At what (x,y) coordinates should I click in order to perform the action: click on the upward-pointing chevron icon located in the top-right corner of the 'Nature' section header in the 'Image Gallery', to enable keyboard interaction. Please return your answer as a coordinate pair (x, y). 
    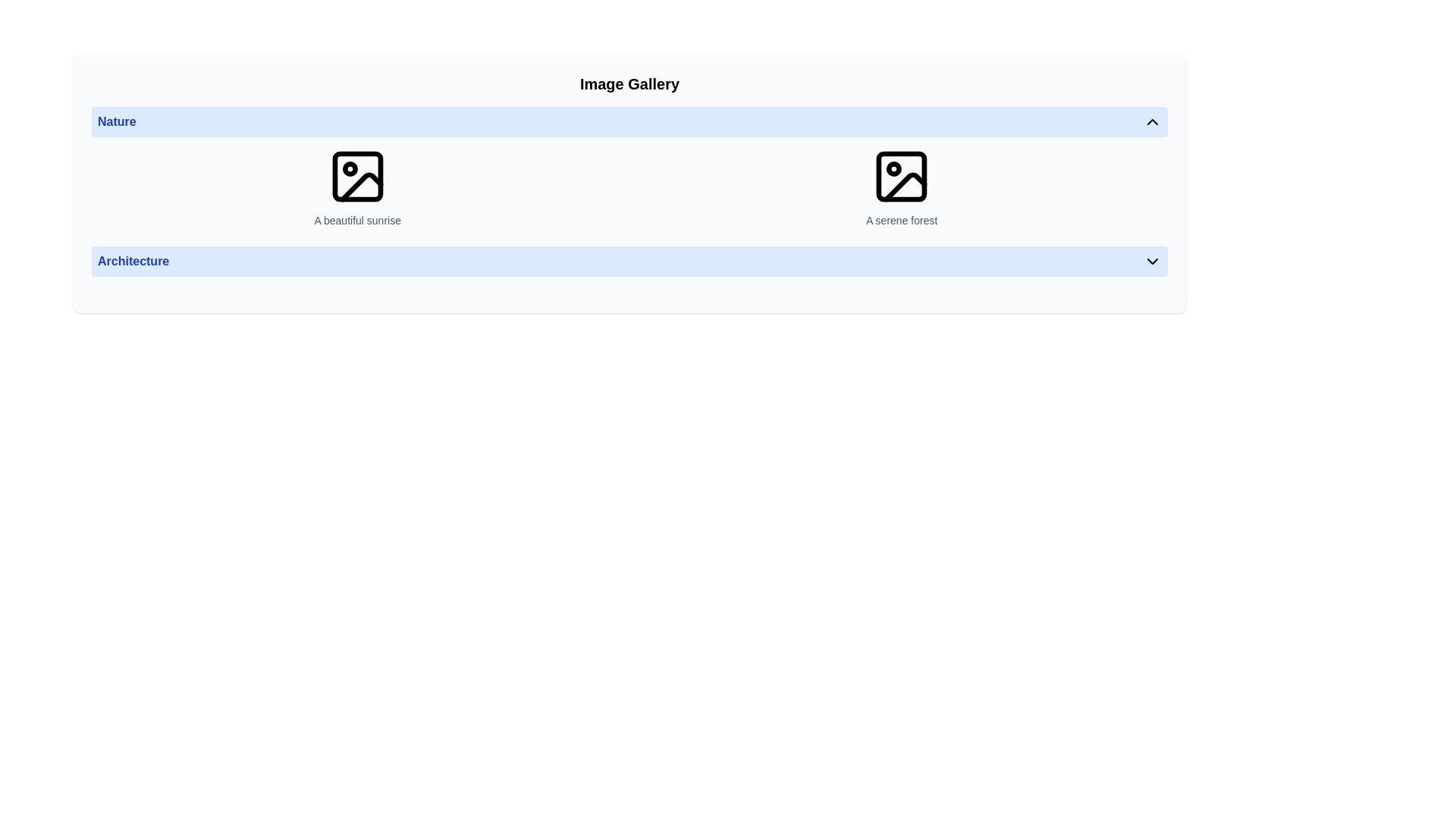
    Looking at the image, I should click on (1153, 121).